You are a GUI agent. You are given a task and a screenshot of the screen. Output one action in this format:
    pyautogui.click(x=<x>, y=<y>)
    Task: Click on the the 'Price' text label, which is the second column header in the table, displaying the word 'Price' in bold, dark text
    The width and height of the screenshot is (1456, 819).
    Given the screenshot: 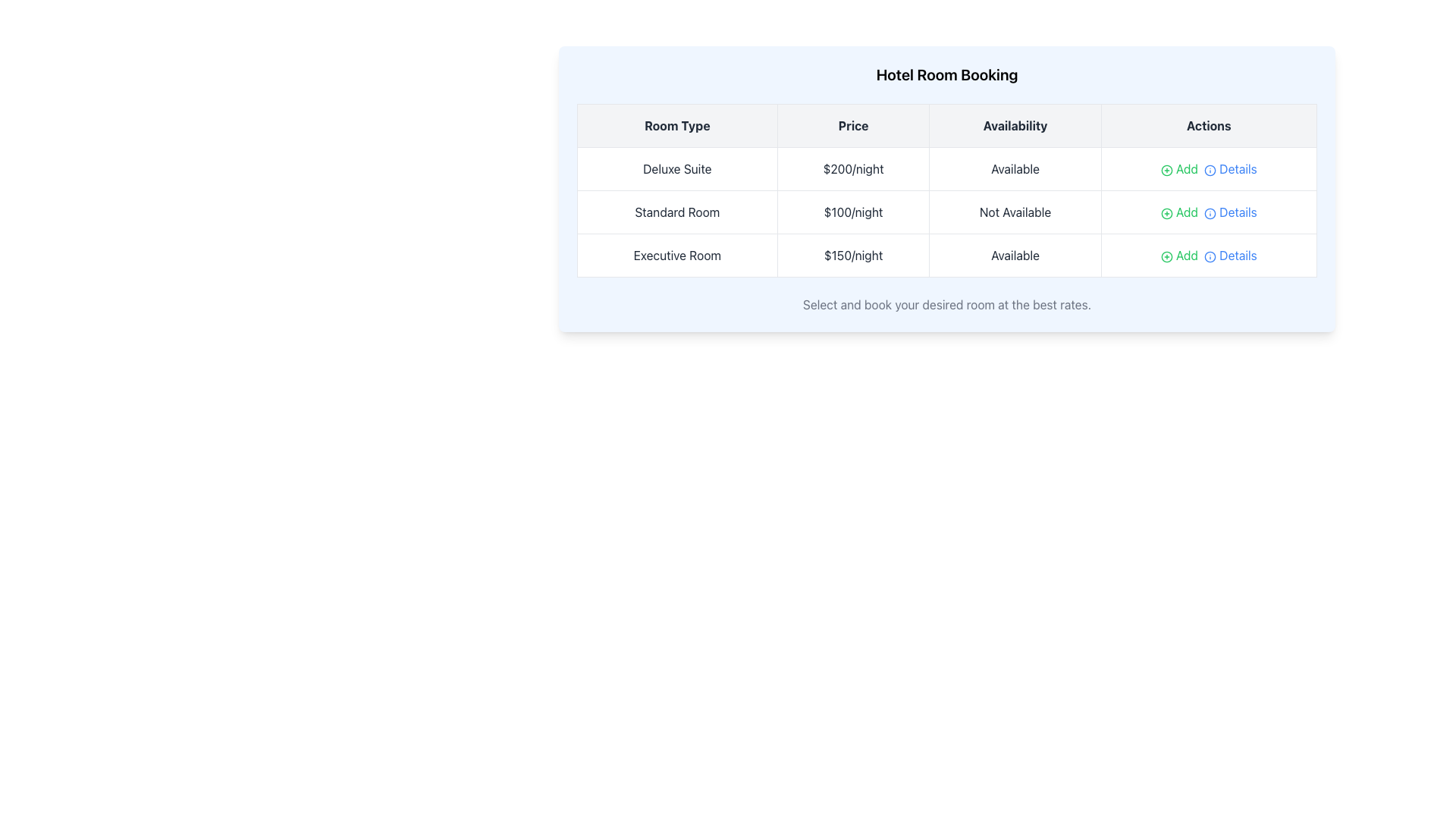 What is the action you would take?
    pyautogui.click(x=853, y=124)
    